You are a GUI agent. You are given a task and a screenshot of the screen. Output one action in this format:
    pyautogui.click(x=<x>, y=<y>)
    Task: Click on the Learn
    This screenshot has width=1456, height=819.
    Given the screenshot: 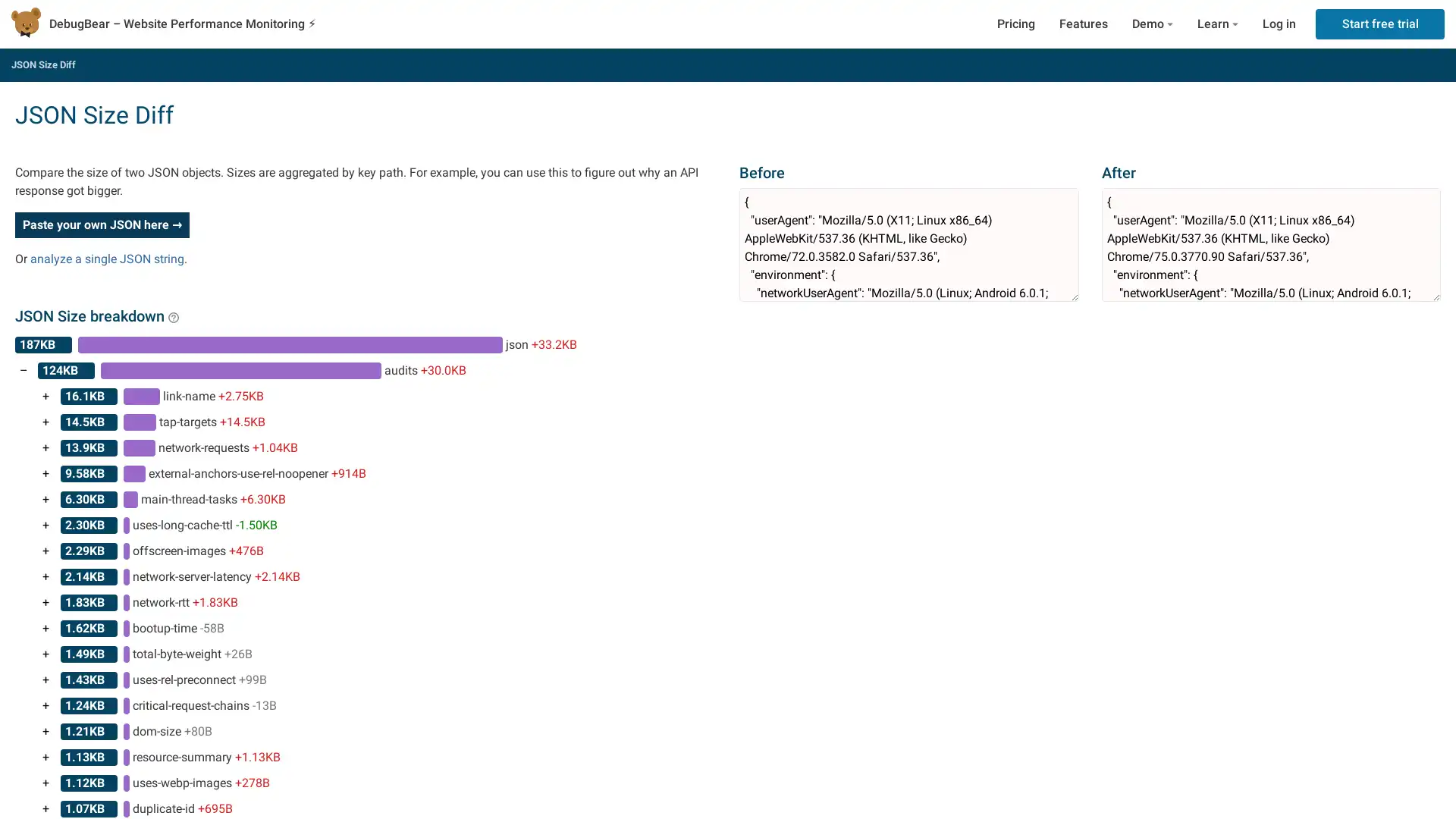 What is the action you would take?
    pyautogui.click(x=1218, y=24)
    